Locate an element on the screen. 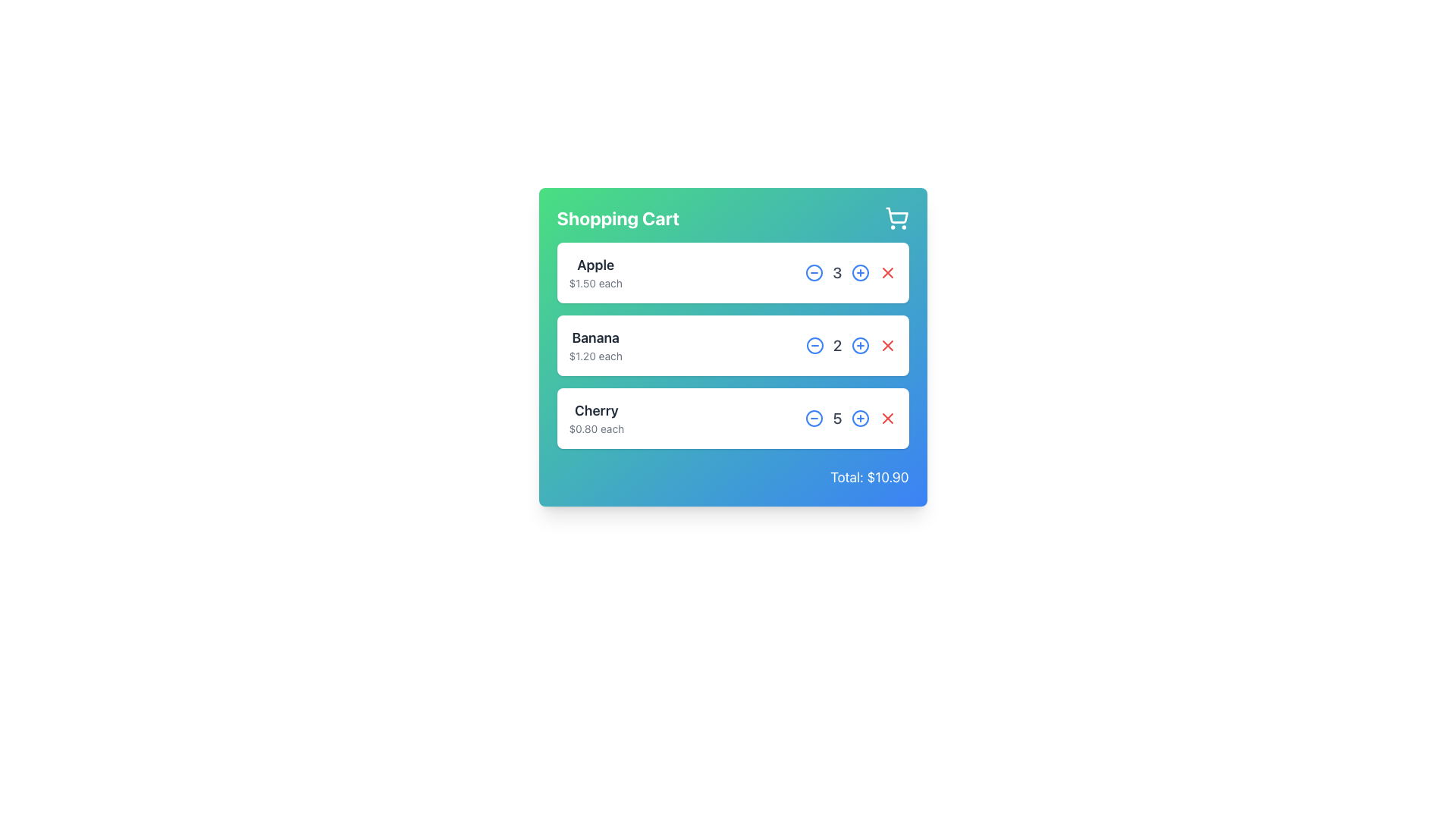 Image resolution: width=1456 pixels, height=819 pixels. the increment button for the item quantity in the shopping cart is located at coordinates (860, 345).